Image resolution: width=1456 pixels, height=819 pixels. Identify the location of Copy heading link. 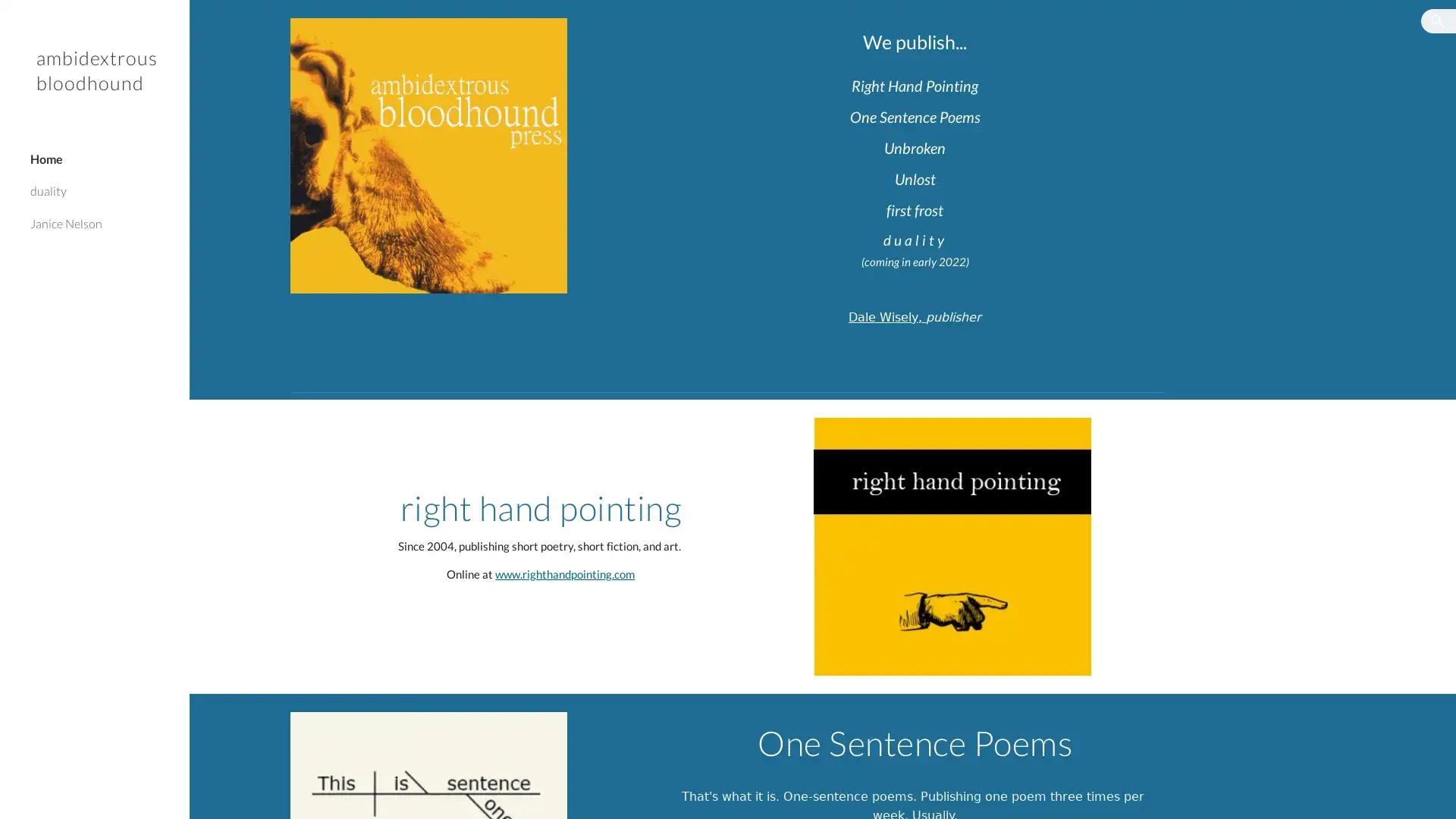
(1078, 40).